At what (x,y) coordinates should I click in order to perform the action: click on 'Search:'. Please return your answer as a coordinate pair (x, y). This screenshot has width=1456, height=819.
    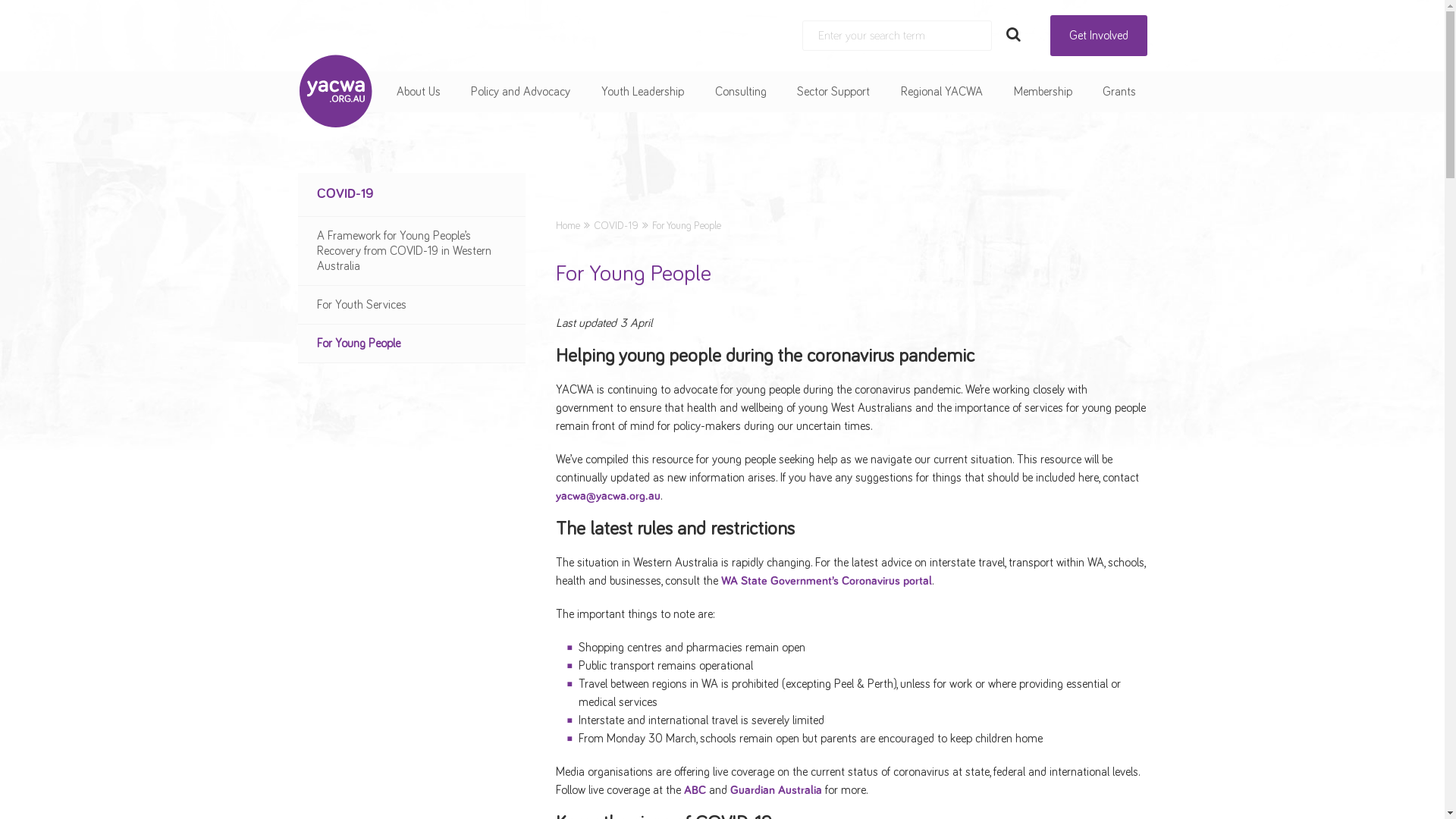
    Looking at the image, I should click on (896, 34).